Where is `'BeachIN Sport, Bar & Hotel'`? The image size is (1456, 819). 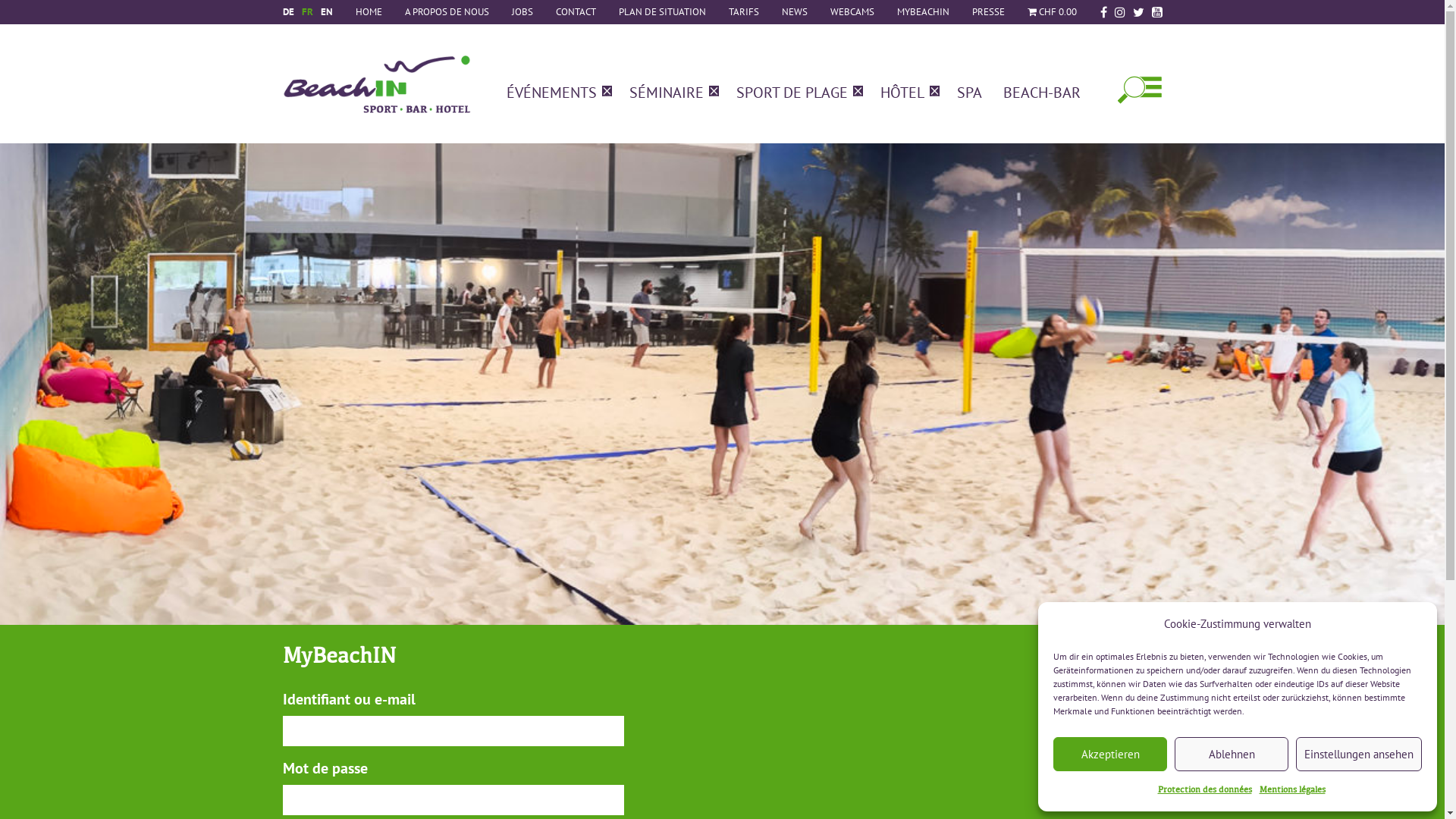 'BeachIN Sport, Bar & Hotel' is located at coordinates (375, 96).